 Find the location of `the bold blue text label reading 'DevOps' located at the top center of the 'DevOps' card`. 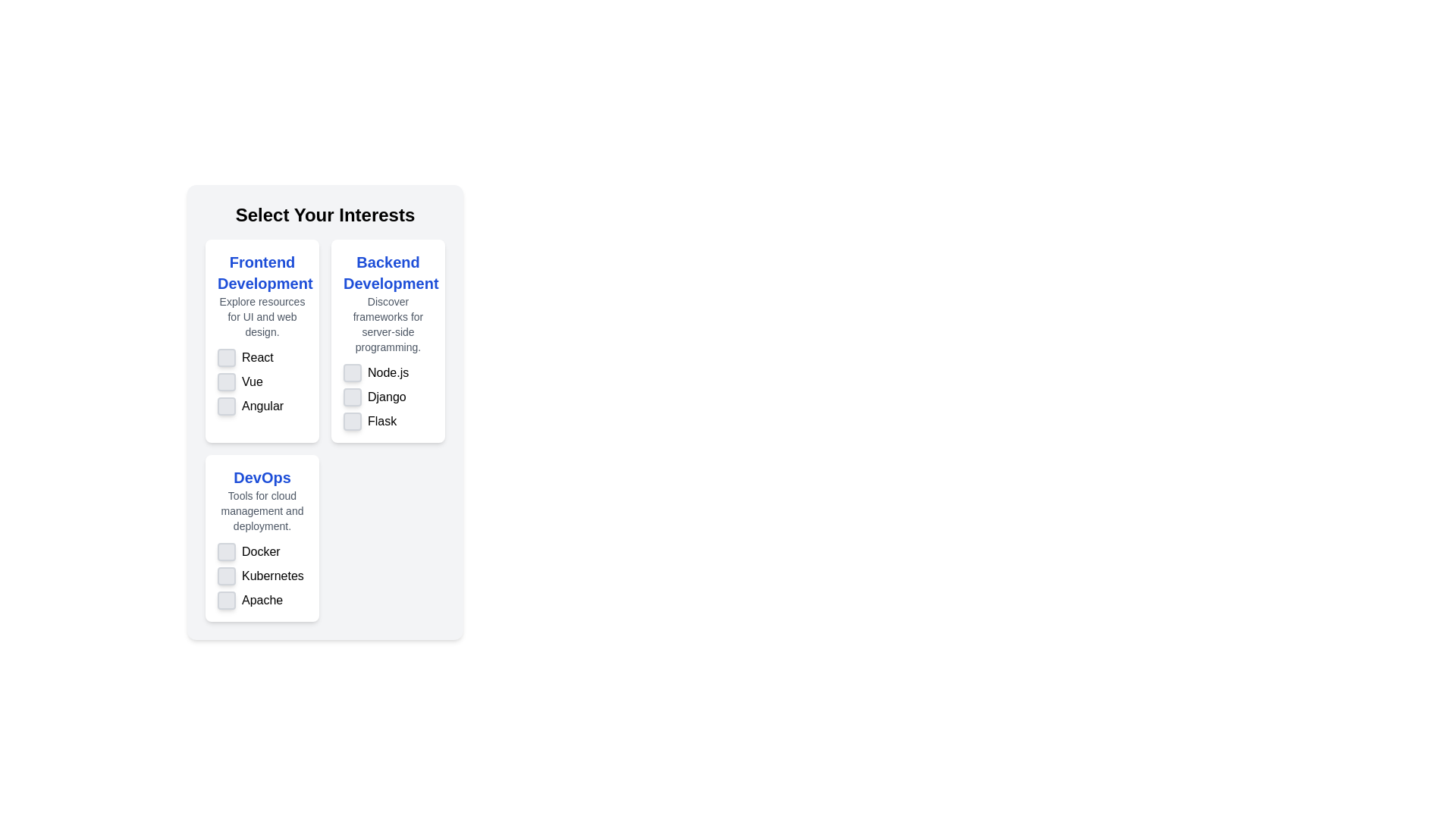

the bold blue text label reading 'DevOps' located at the top center of the 'DevOps' card is located at coordinates (262, 476).